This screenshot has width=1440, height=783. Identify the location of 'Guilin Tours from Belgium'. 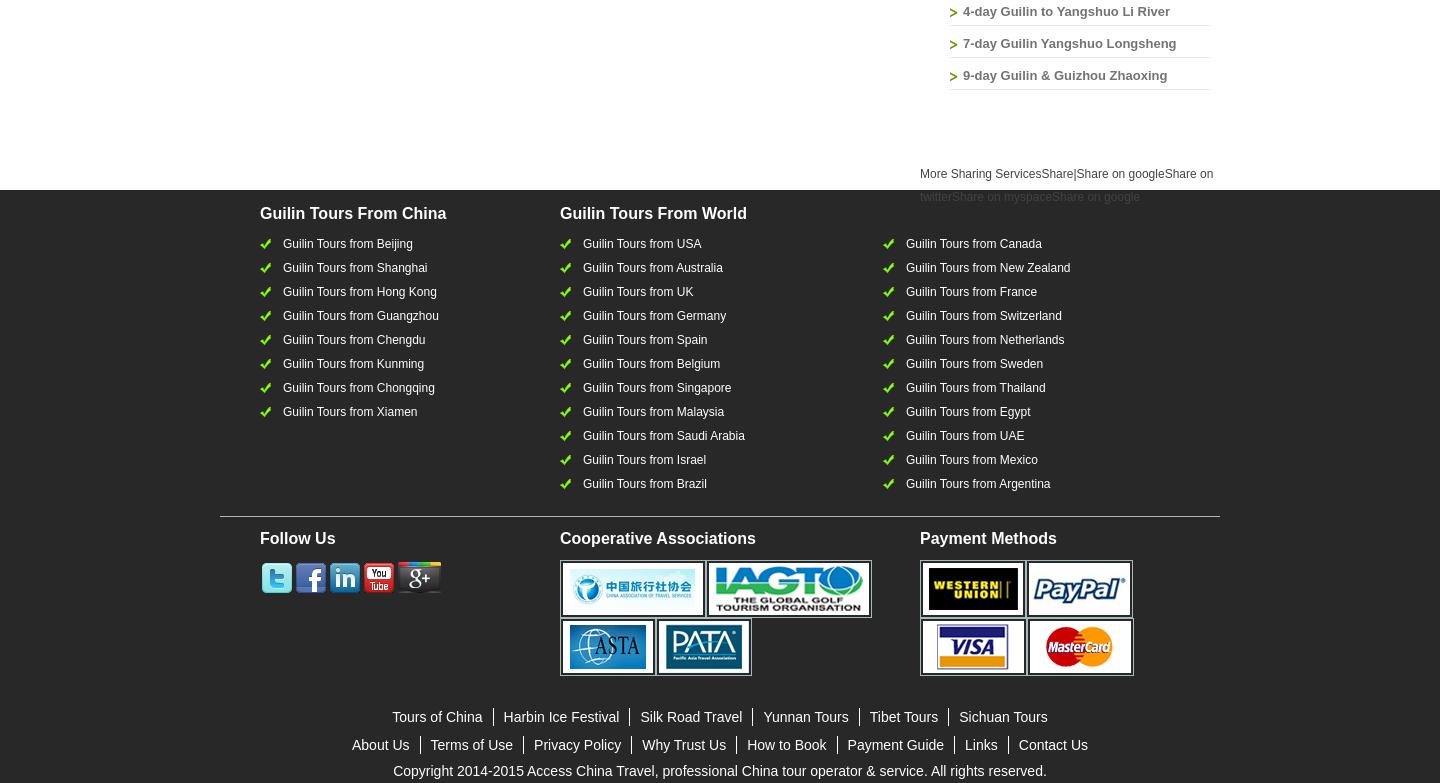
(650, 364).